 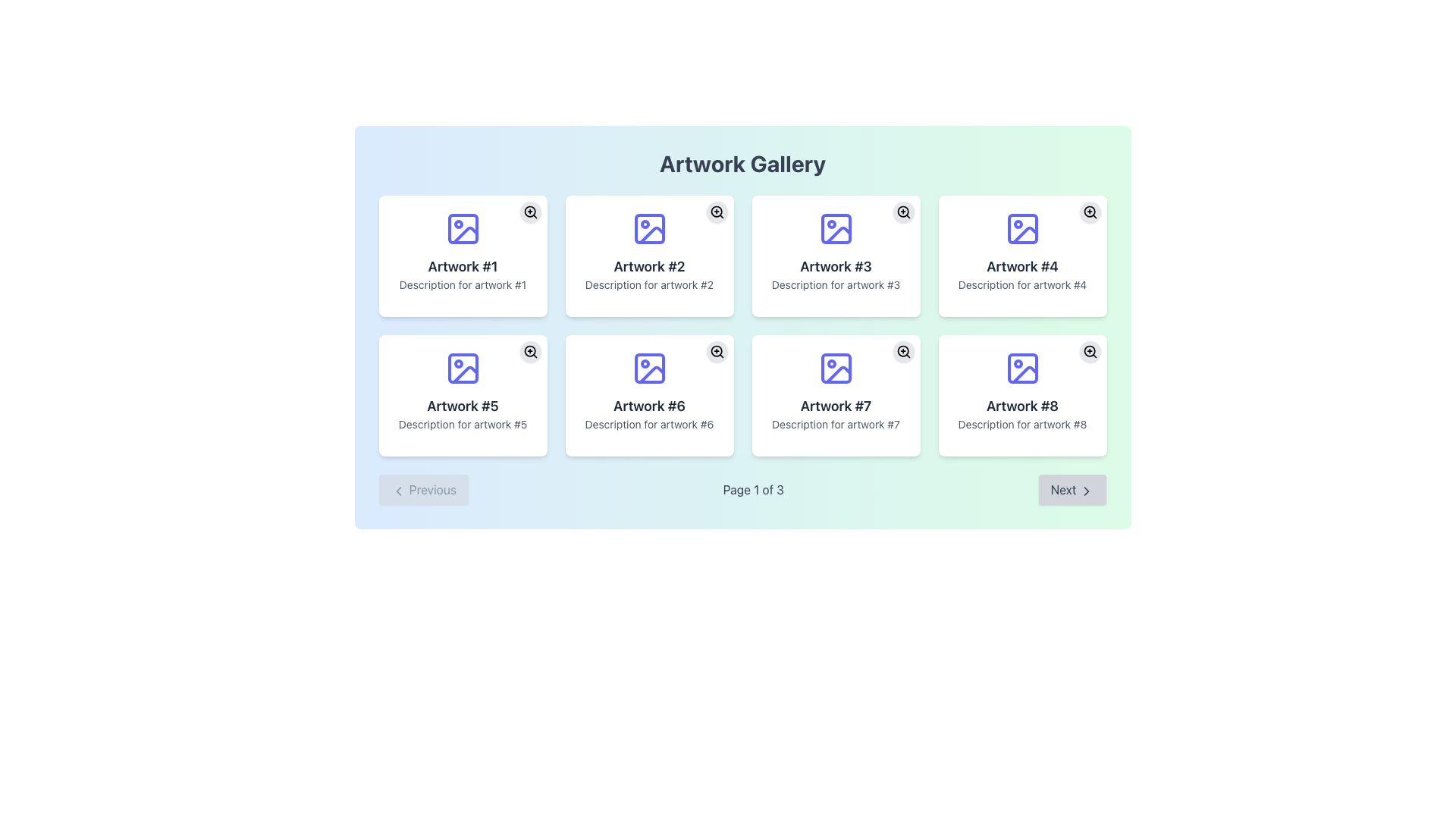 What do you see at coordinates (1086, 491) in the screenshot?
I see `the chevron arrow icon located in the bottom-right corner of the interface` at bounding box center [1086, 491].